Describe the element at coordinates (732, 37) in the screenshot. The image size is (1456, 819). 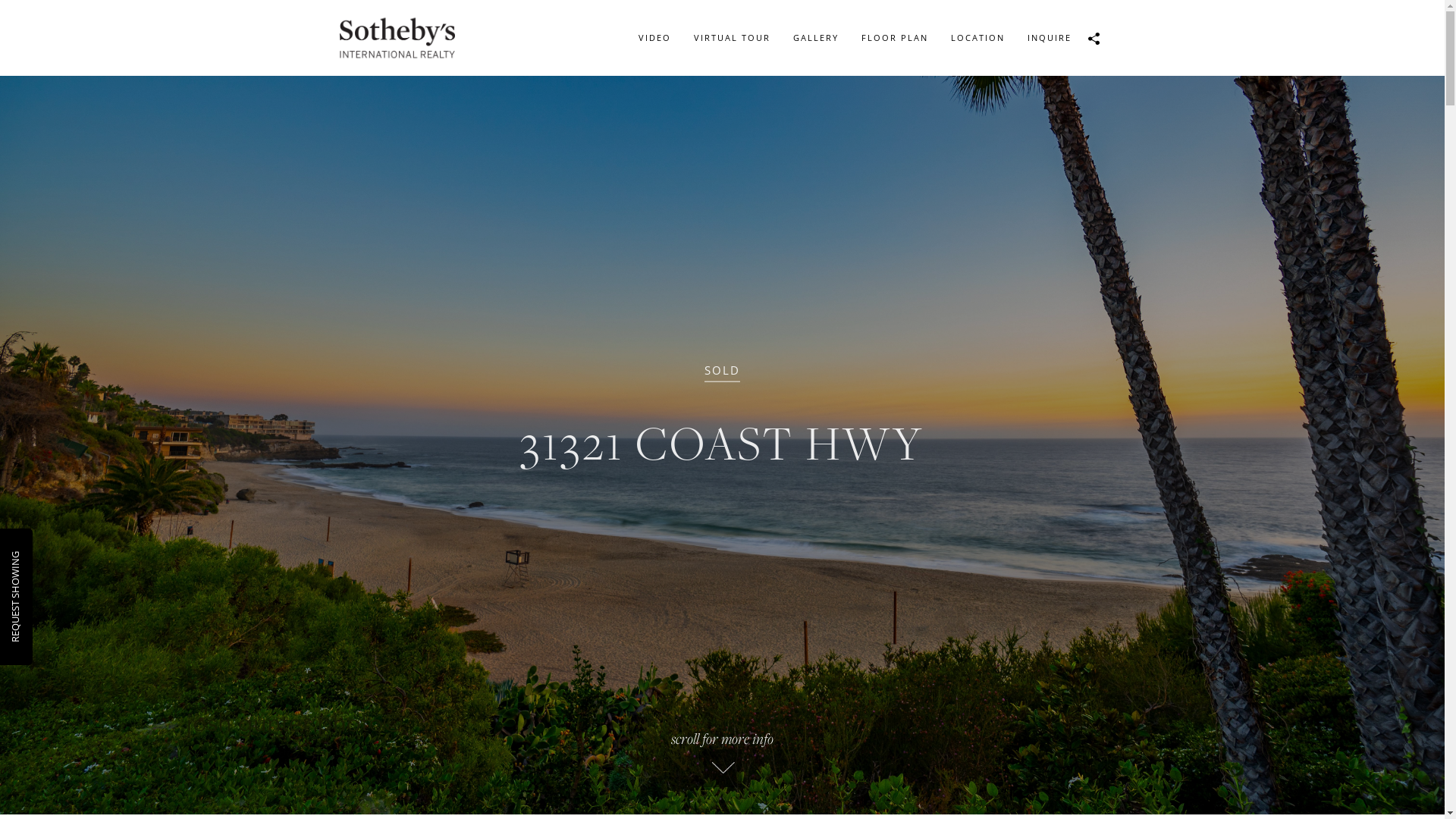
I see `'VIRTUAL TOUR'` at that location.